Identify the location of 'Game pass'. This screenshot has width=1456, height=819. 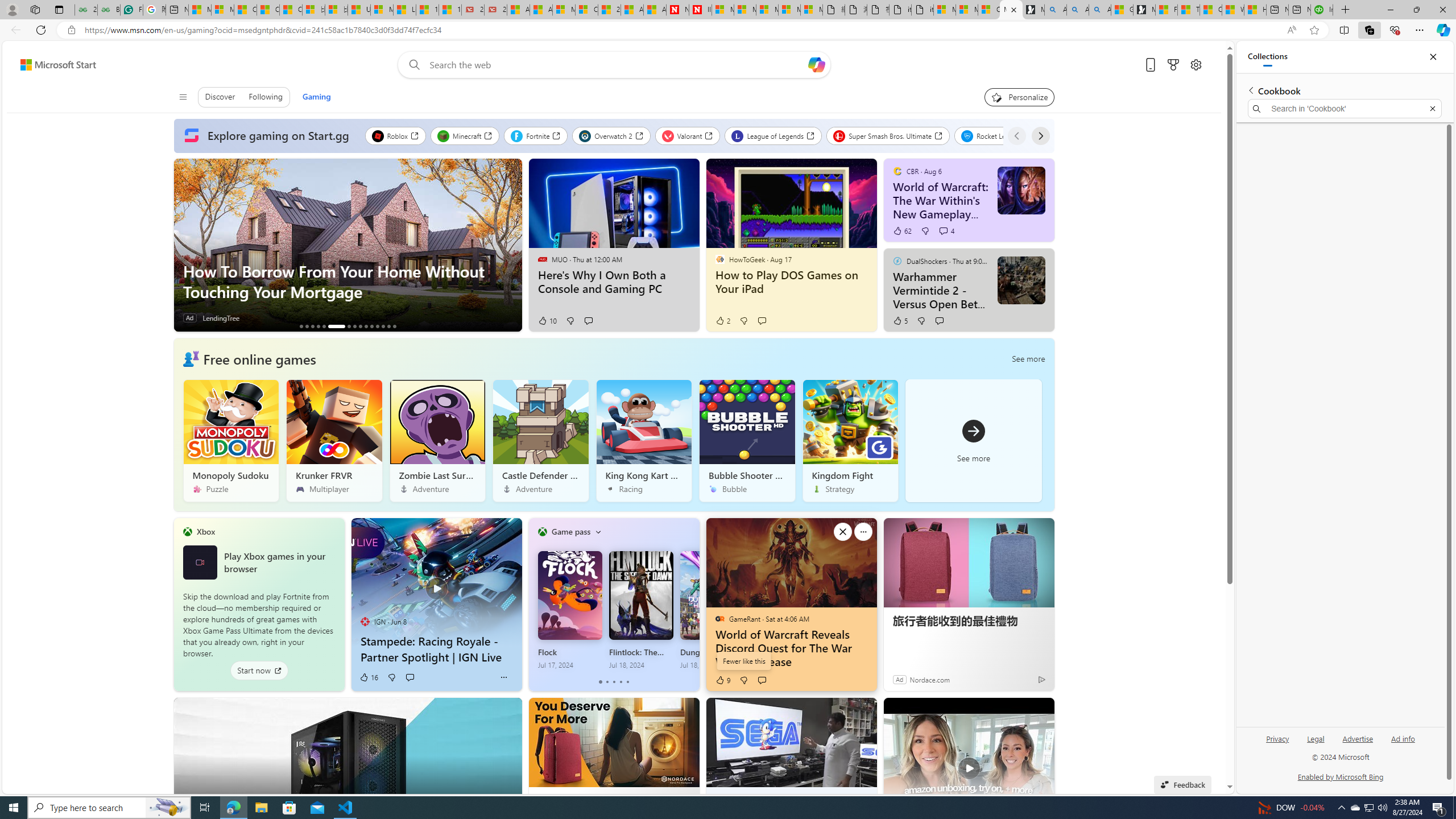
(570, 531).